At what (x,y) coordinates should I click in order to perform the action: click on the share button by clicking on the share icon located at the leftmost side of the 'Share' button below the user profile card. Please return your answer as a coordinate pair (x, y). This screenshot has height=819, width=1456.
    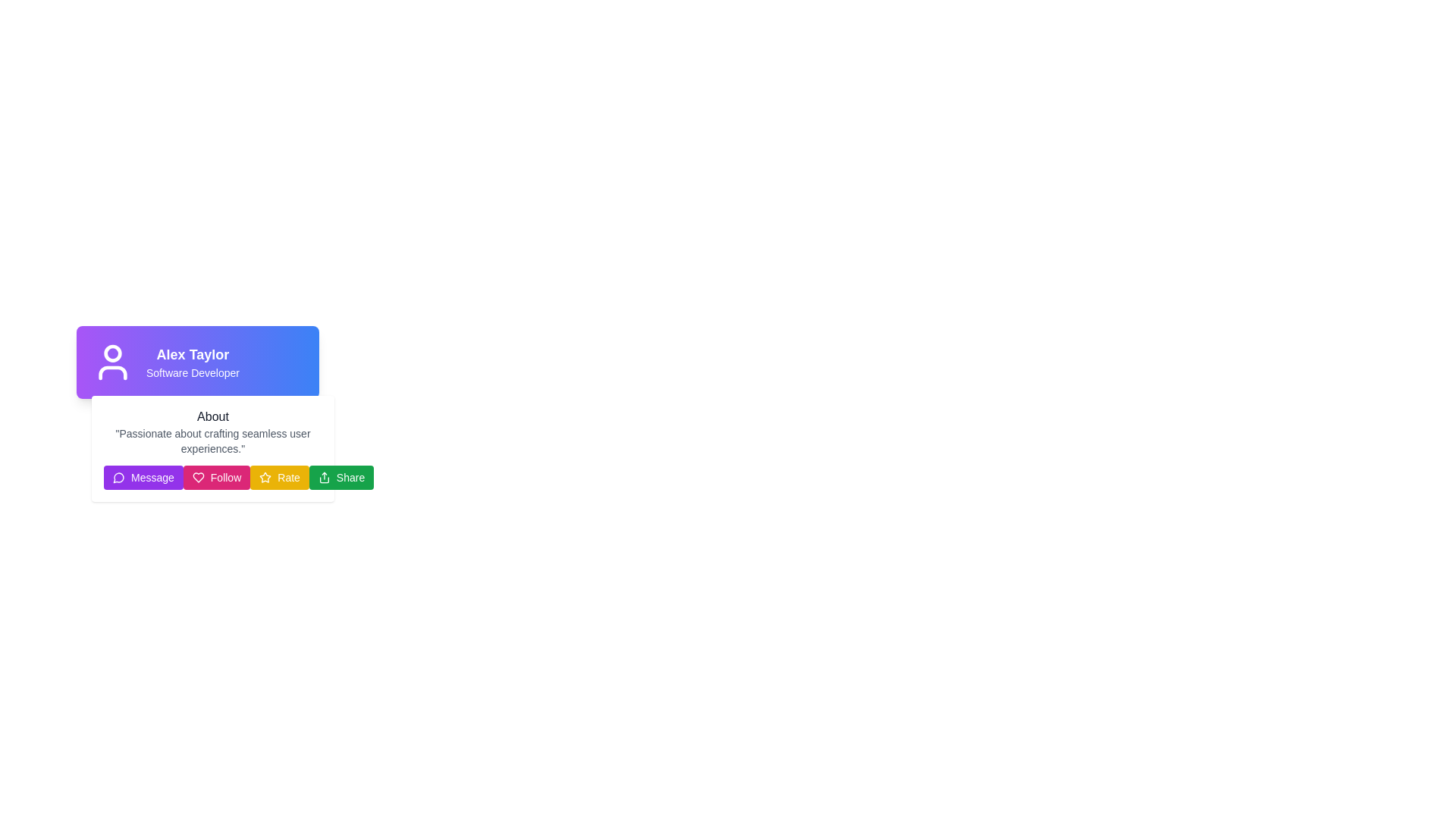
    Looking at the image, I should click on (323, 476).